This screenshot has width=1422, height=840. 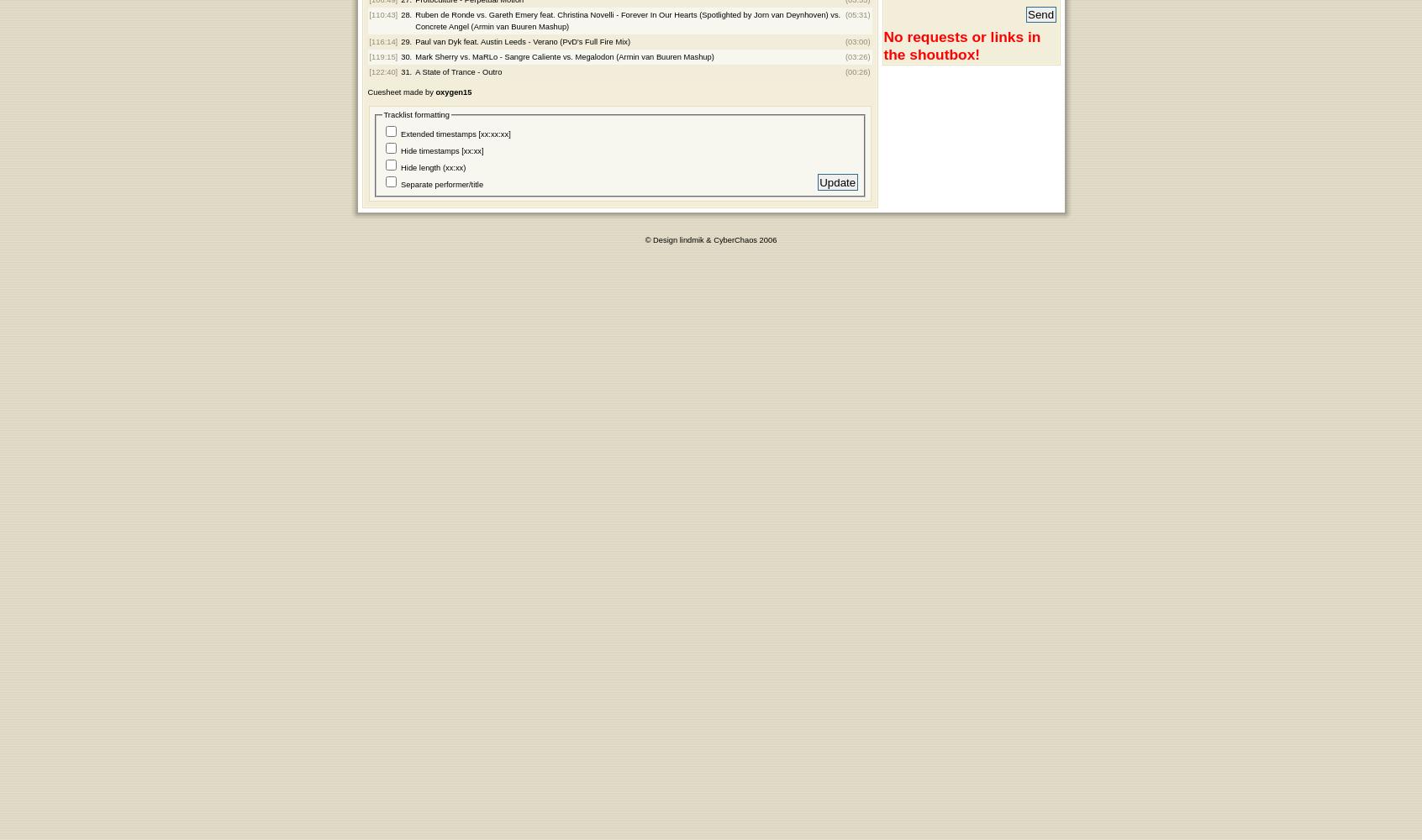 I want to click on '[119:15]', so click(x=382, y=56).